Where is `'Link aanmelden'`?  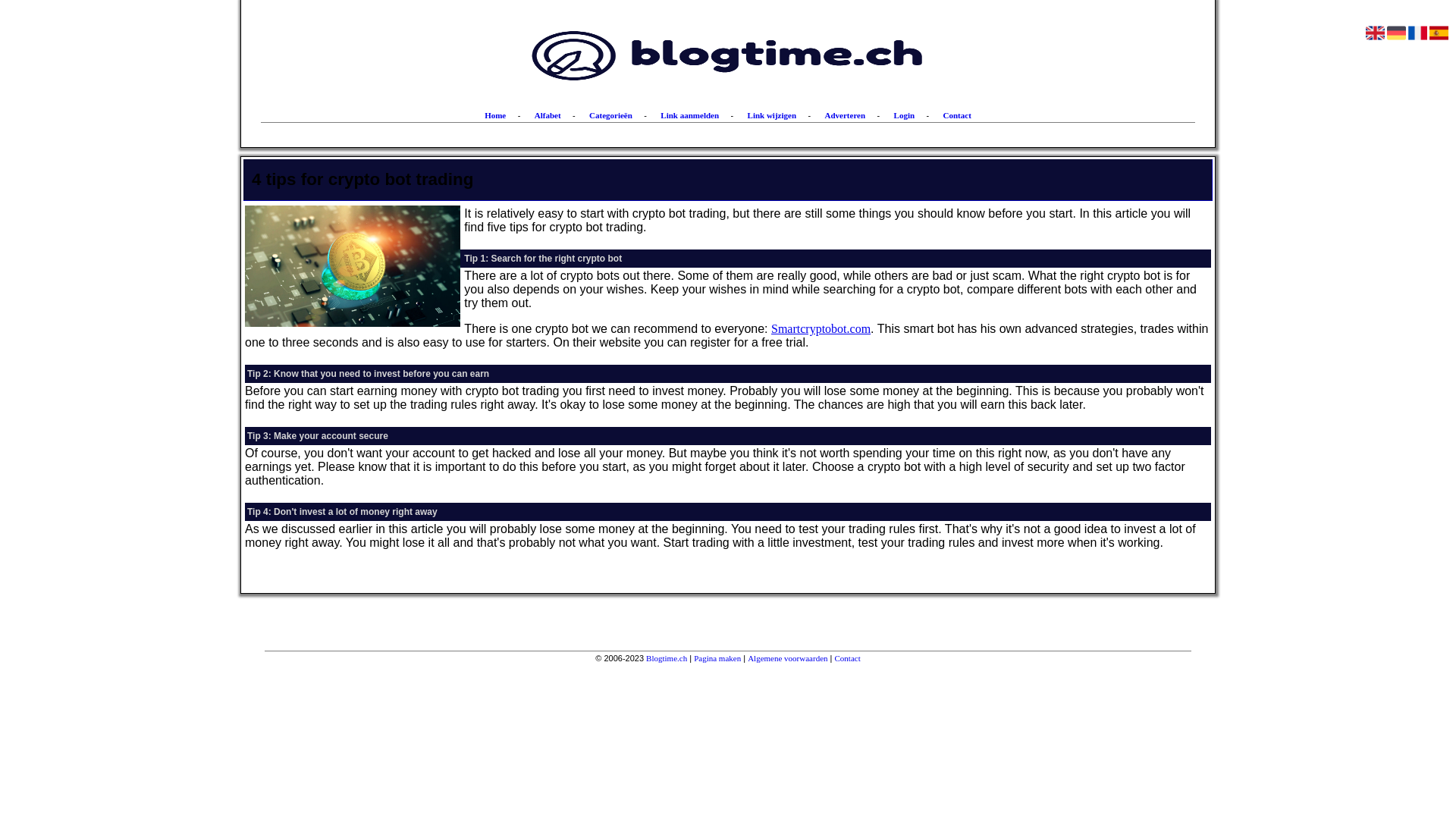
'Link aanmelden' is located at coordinates (689, 114).